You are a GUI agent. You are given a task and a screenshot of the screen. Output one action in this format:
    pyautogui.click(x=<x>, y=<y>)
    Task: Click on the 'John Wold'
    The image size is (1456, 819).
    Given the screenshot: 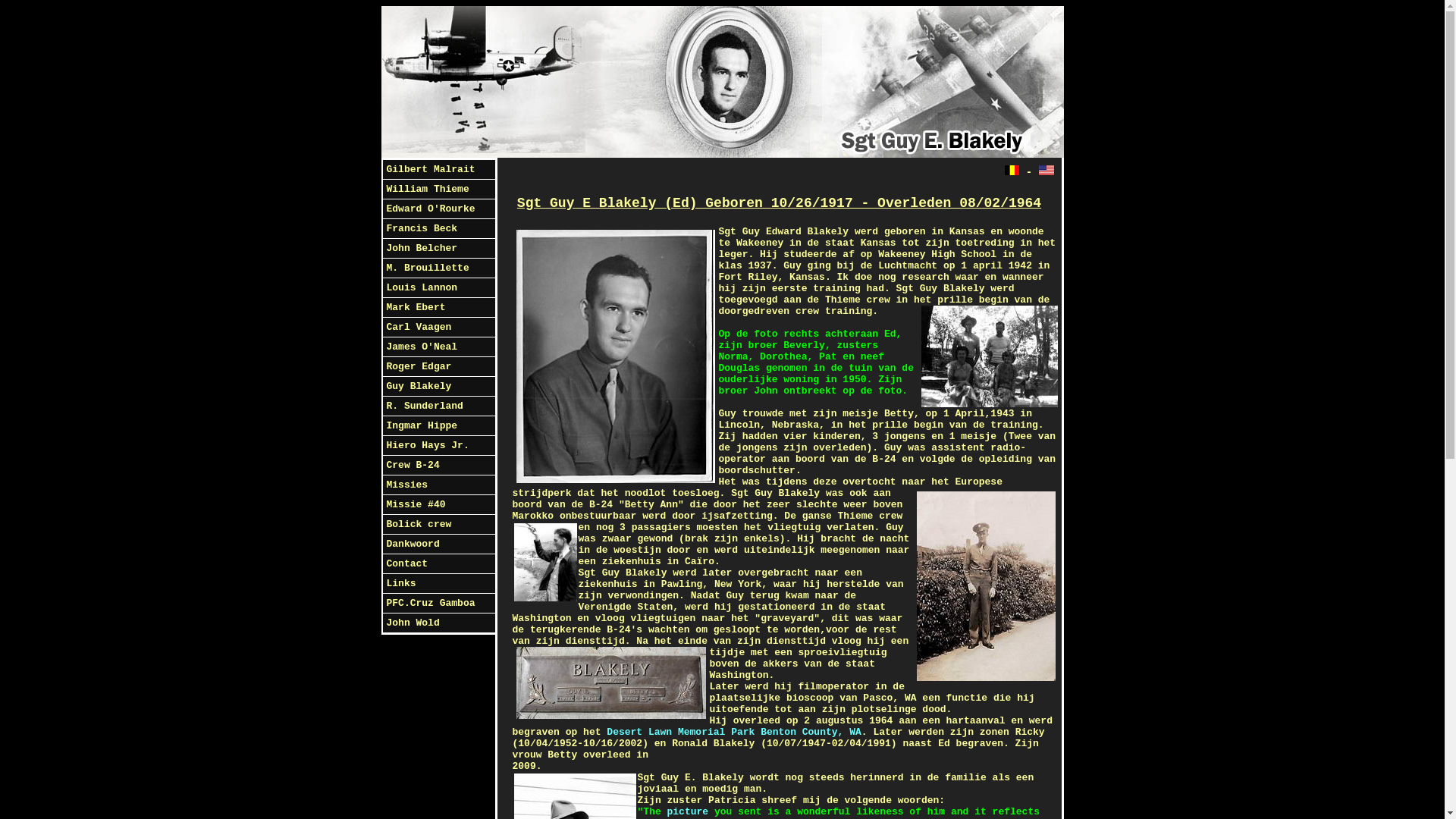 What is the action you would take?
    pyautogui.click(x=382, y=623)
    